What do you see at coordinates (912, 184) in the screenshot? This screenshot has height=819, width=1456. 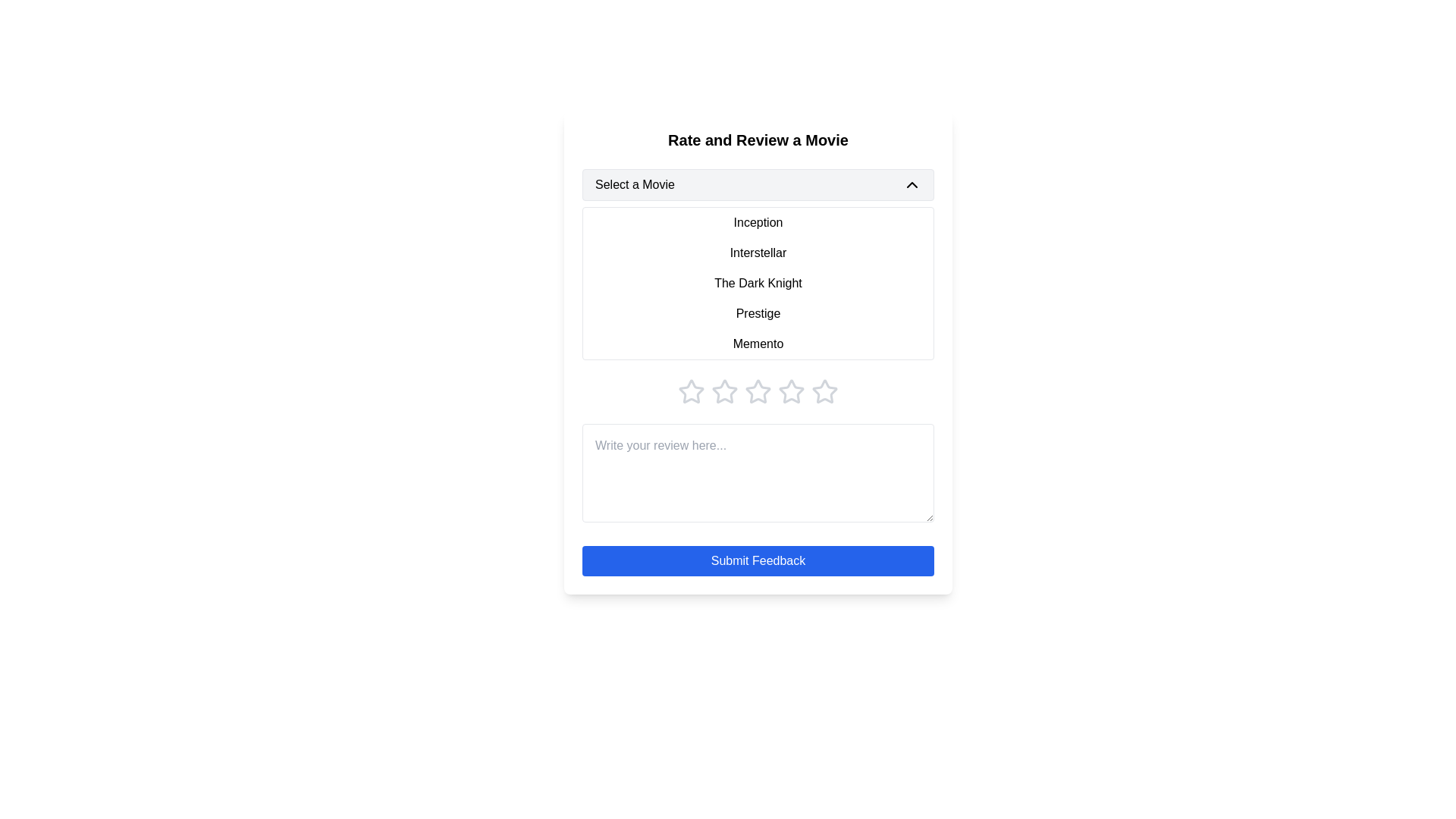 I see `the icon button represented by an upward-facing arrow located at the far-right edge of the 'Select a Movie' section` at bounding box center [912, 184].